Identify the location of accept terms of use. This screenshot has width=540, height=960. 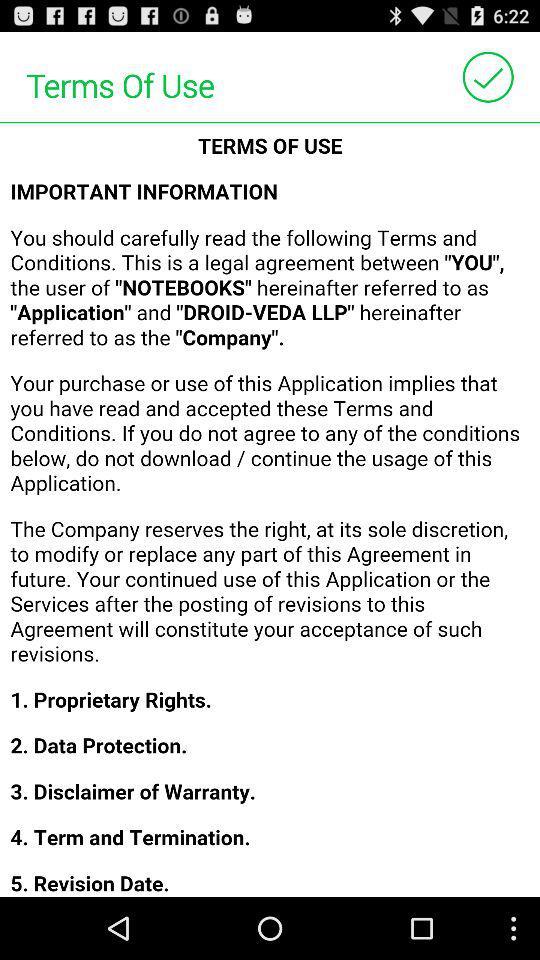
(487, 77).